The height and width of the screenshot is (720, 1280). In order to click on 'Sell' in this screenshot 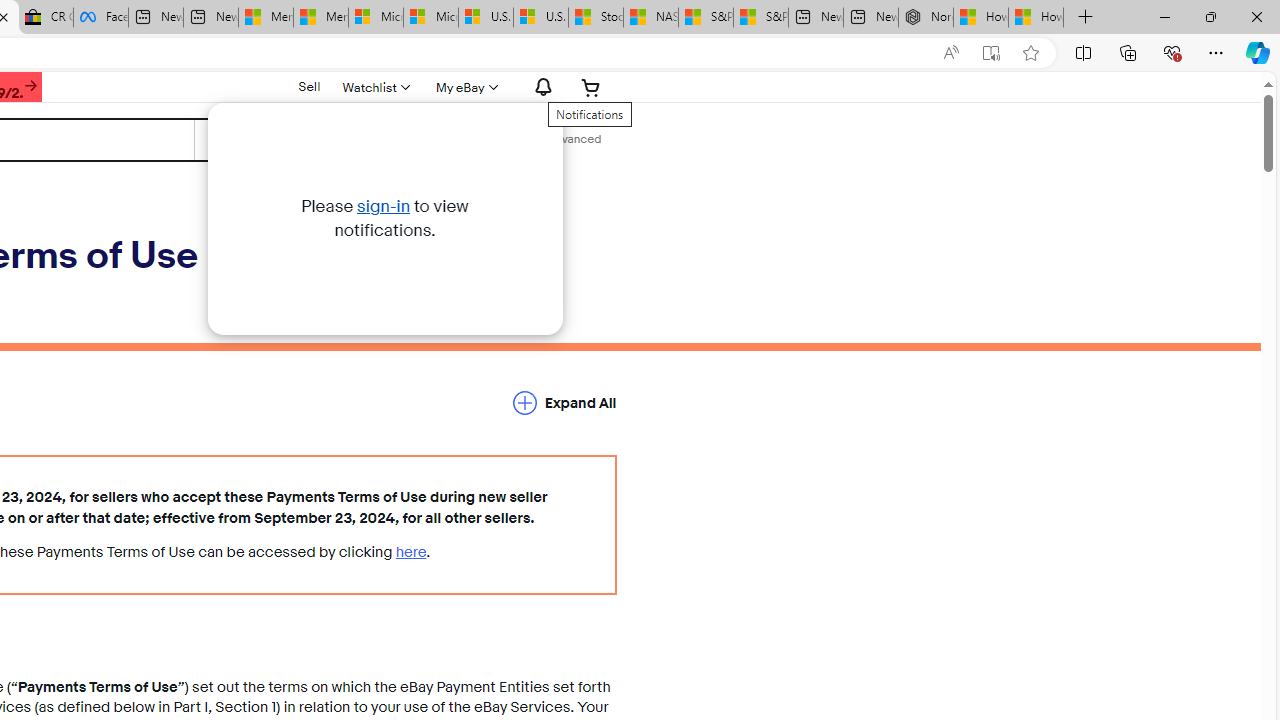, I will do `click(308, 86)`.